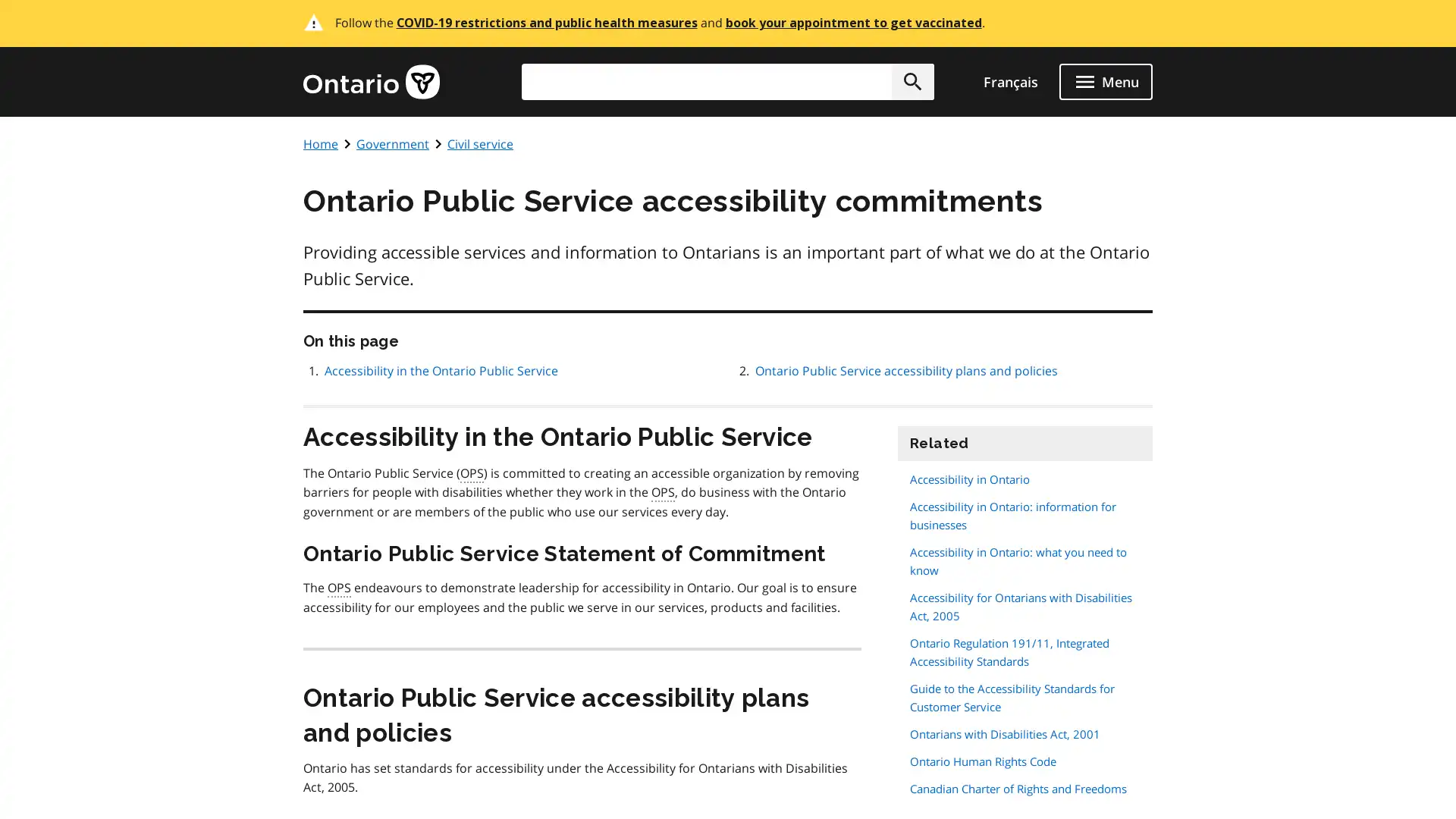  I want to click on Search, so click(912, 81).